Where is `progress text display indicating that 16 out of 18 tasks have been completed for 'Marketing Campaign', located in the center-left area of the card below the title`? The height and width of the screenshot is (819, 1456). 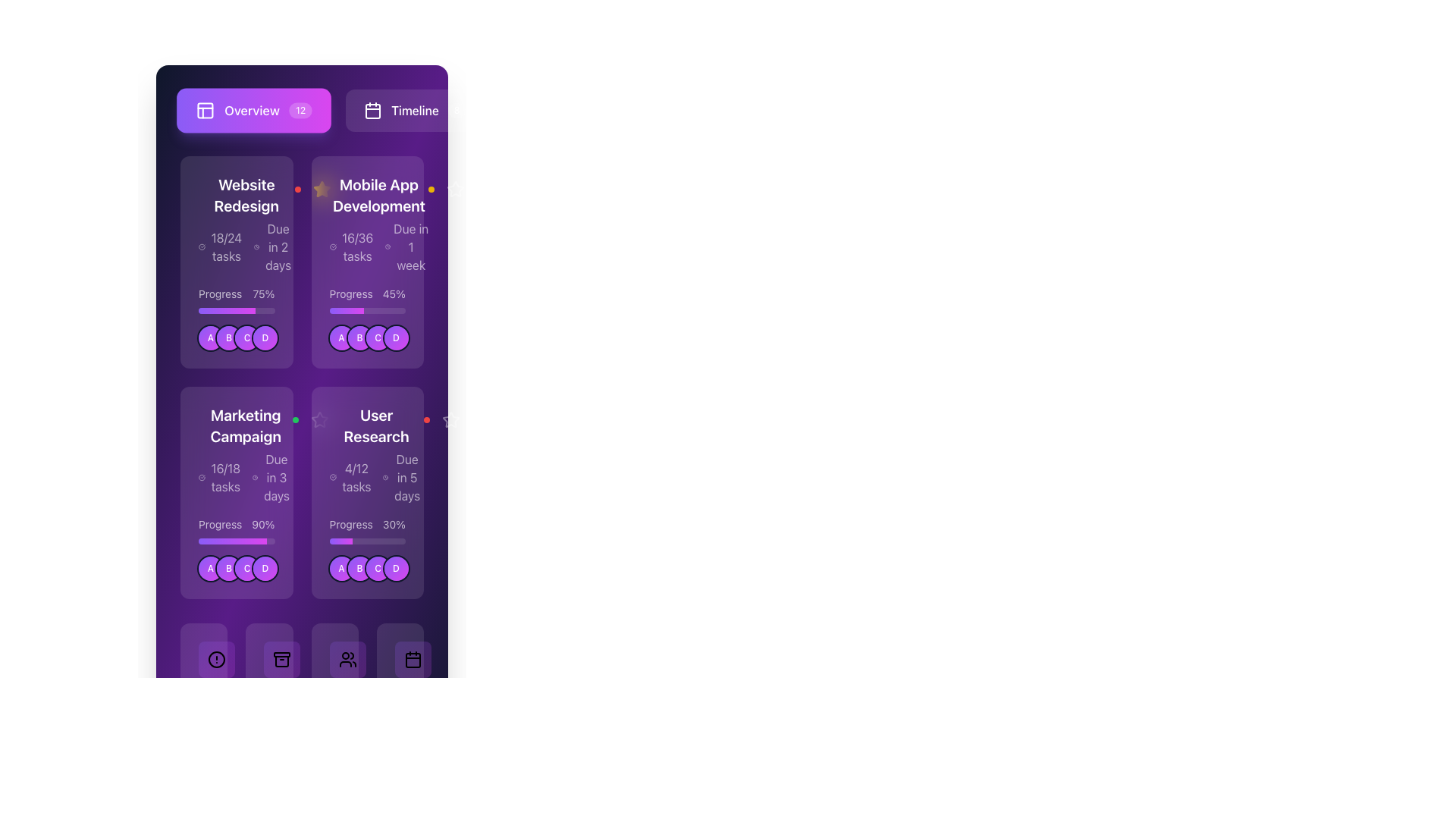 progress text display indicating that 16 out of 18 tasks have been completed for 'Marketing Campaign', located in the center-left area of the card below the title is located at coordinates (224, 476).